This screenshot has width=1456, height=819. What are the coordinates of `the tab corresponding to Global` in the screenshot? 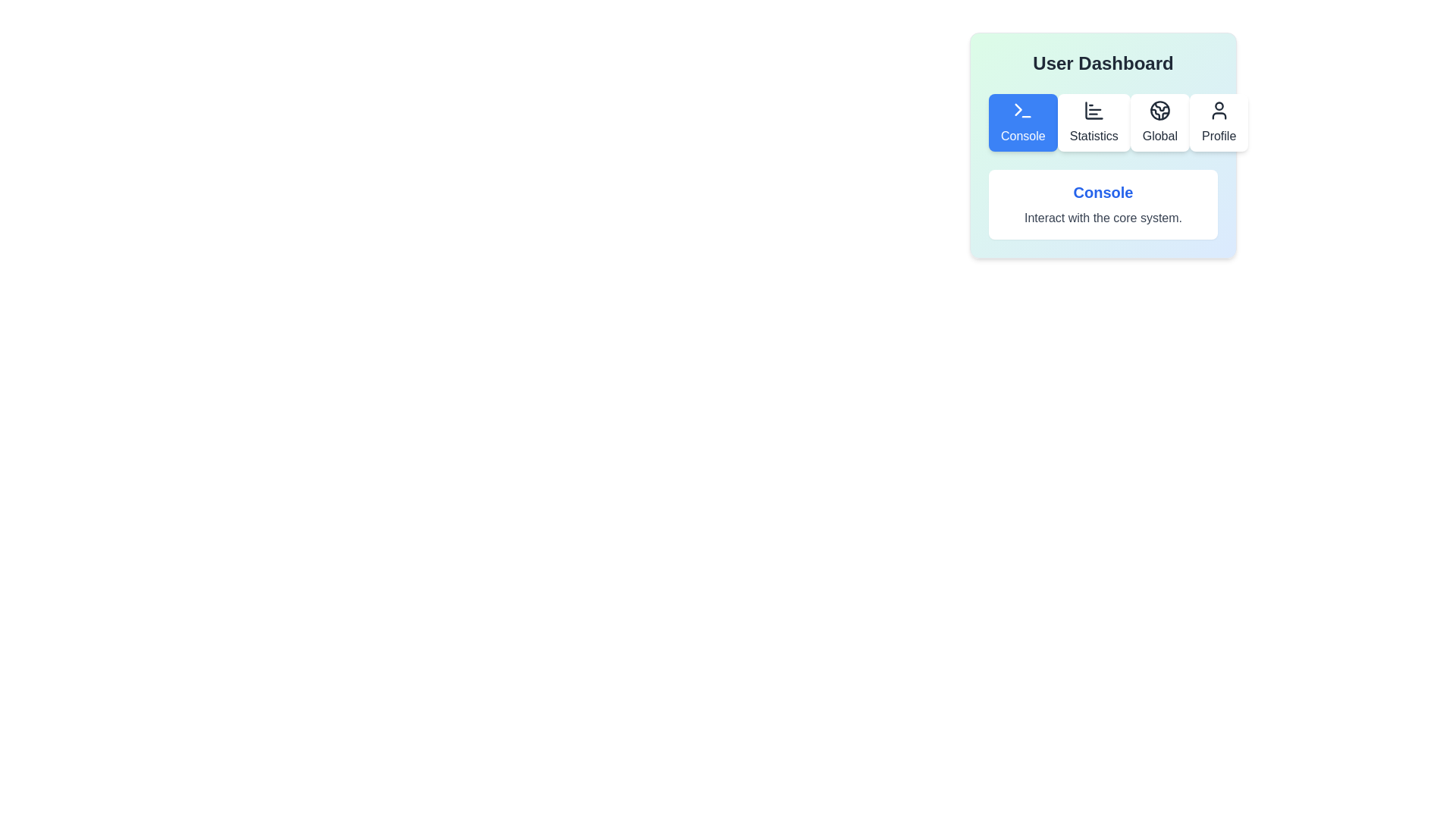 It's located at (1159, 122).